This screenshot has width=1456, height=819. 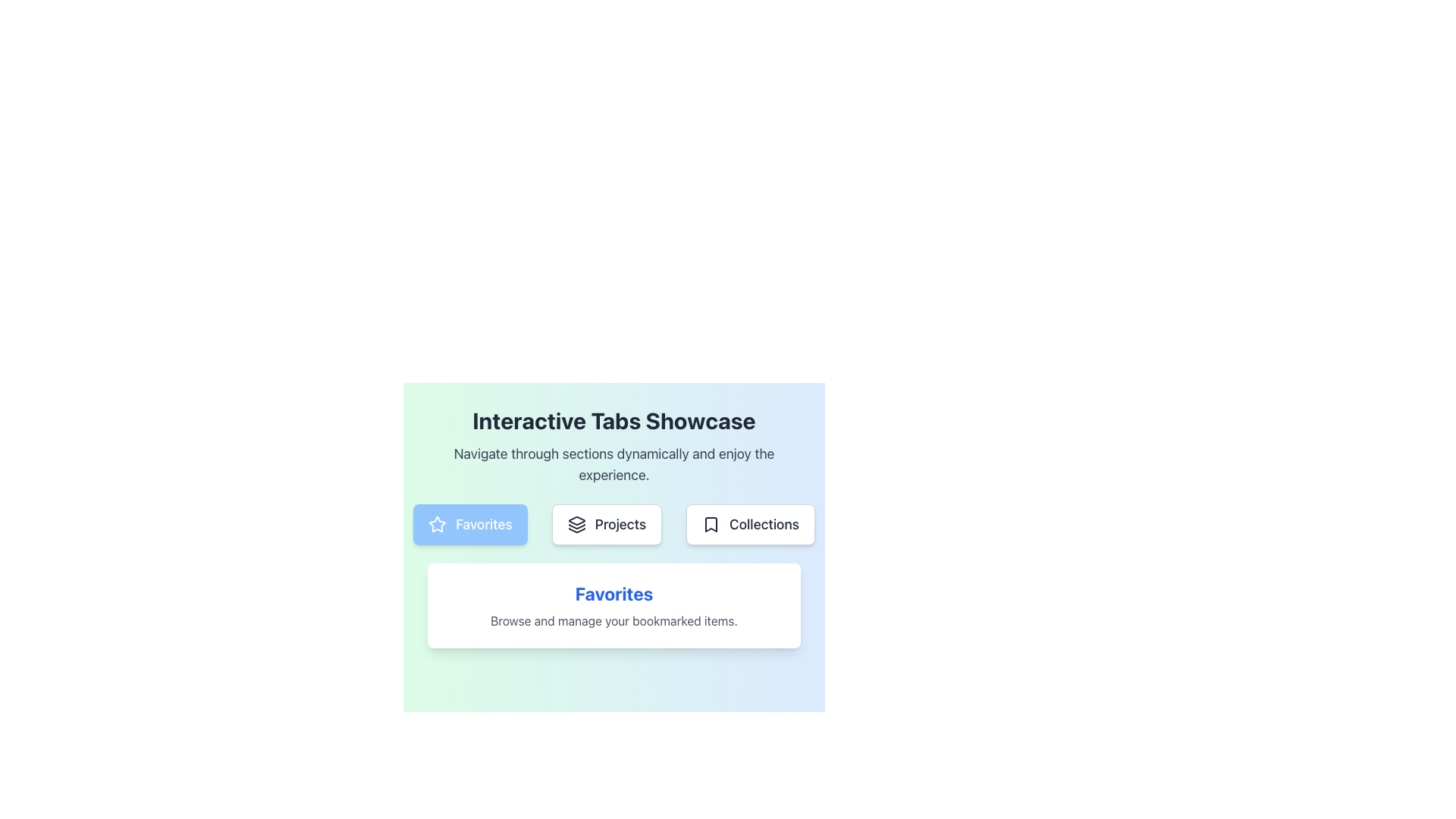 What do you see at coordinates (711, 523) in the screenshot?
I see `the bookmark icon located to the left of the 'Collections' button, which visually represents the bookmark feature` at bounding box center [711, 523].